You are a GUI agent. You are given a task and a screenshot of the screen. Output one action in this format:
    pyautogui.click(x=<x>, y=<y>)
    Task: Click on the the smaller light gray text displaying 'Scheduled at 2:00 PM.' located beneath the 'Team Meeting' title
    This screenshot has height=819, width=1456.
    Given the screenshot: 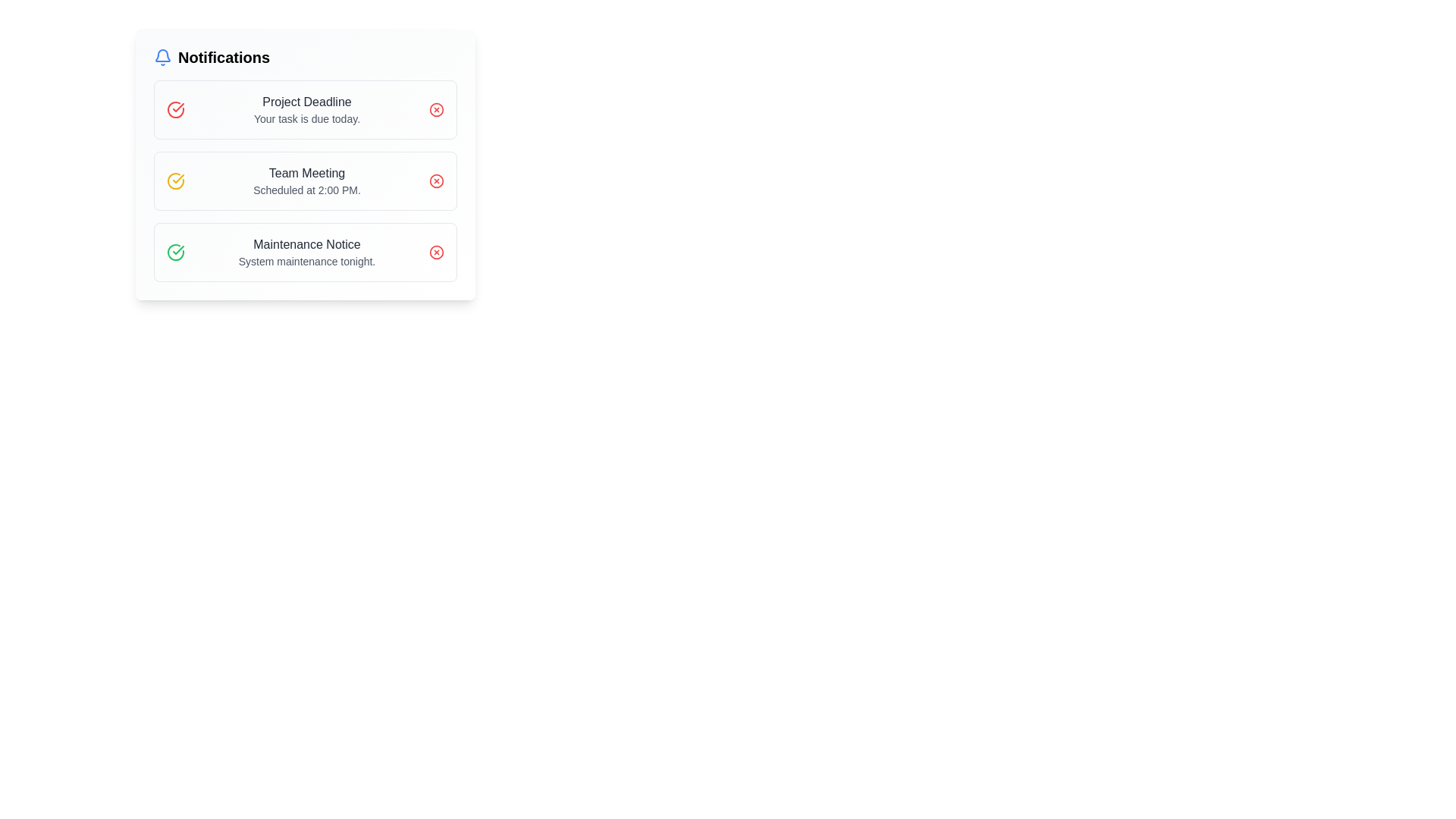 What is the action you would take?
    pyautogui.click(x=306, y=189)
    